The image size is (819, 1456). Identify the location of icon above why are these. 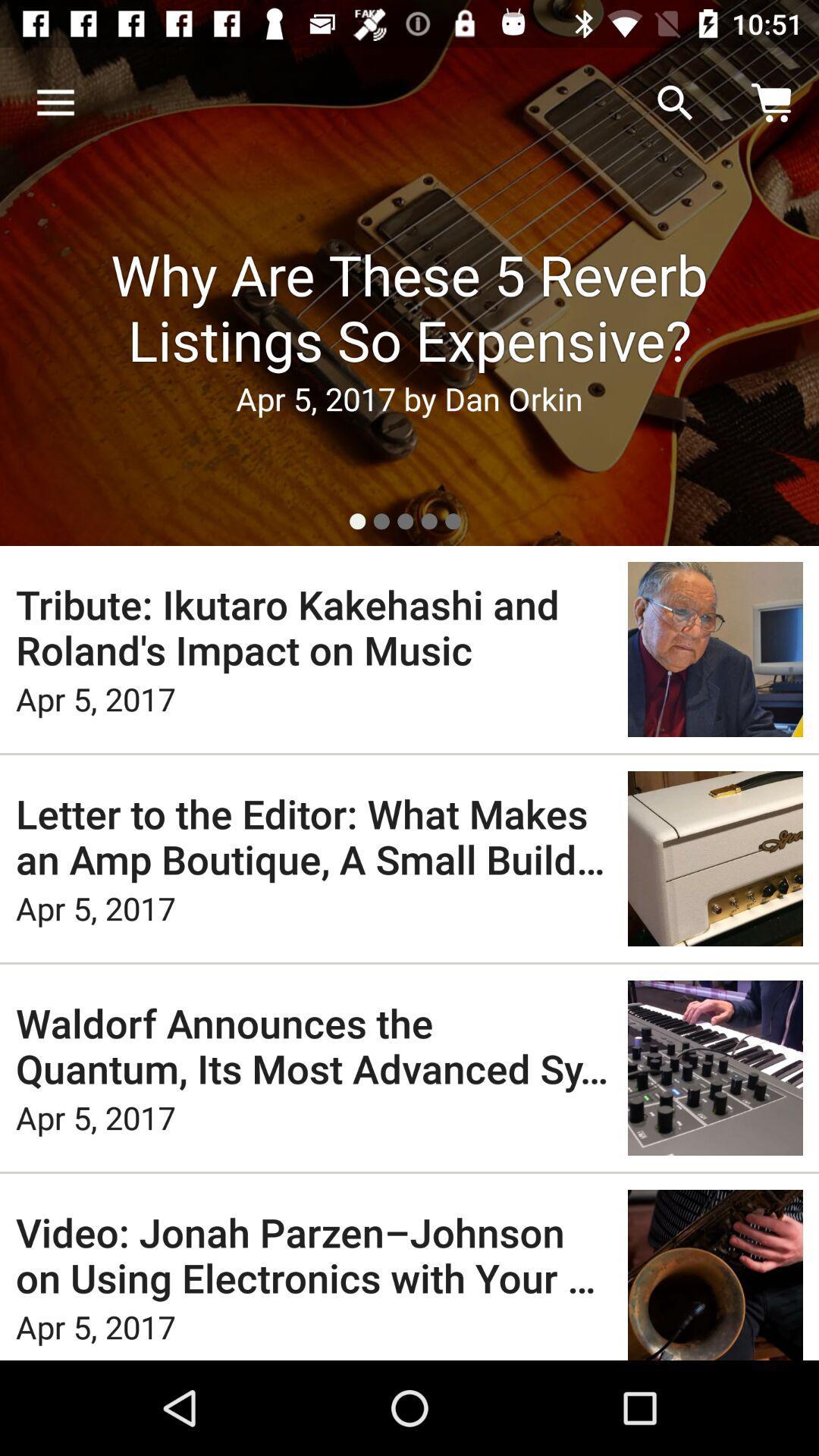
(675, 102).